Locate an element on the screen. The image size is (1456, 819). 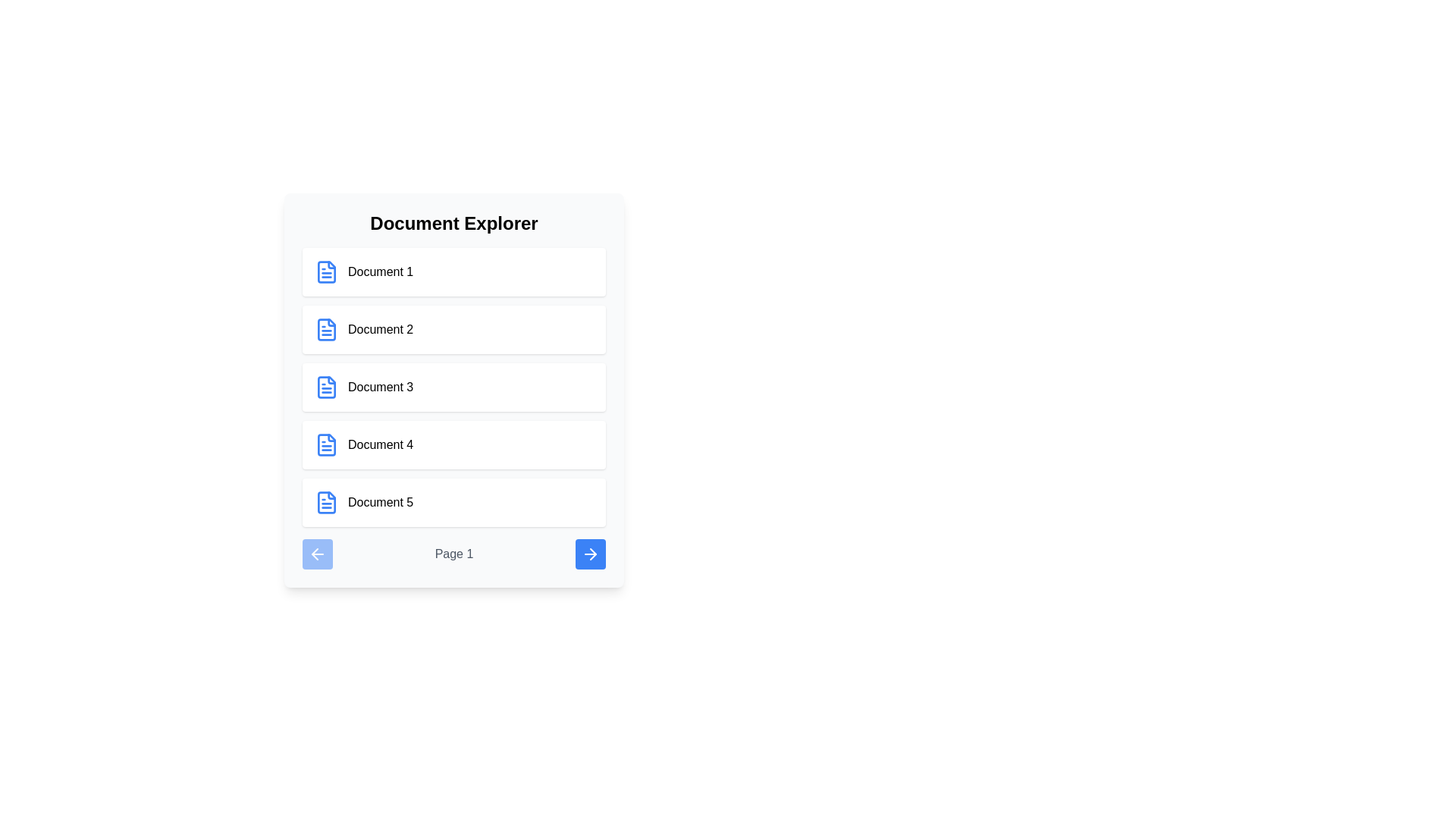
the navigation button located at the bottom-left corner of the pagination controls is located at coordinates (316, 554).